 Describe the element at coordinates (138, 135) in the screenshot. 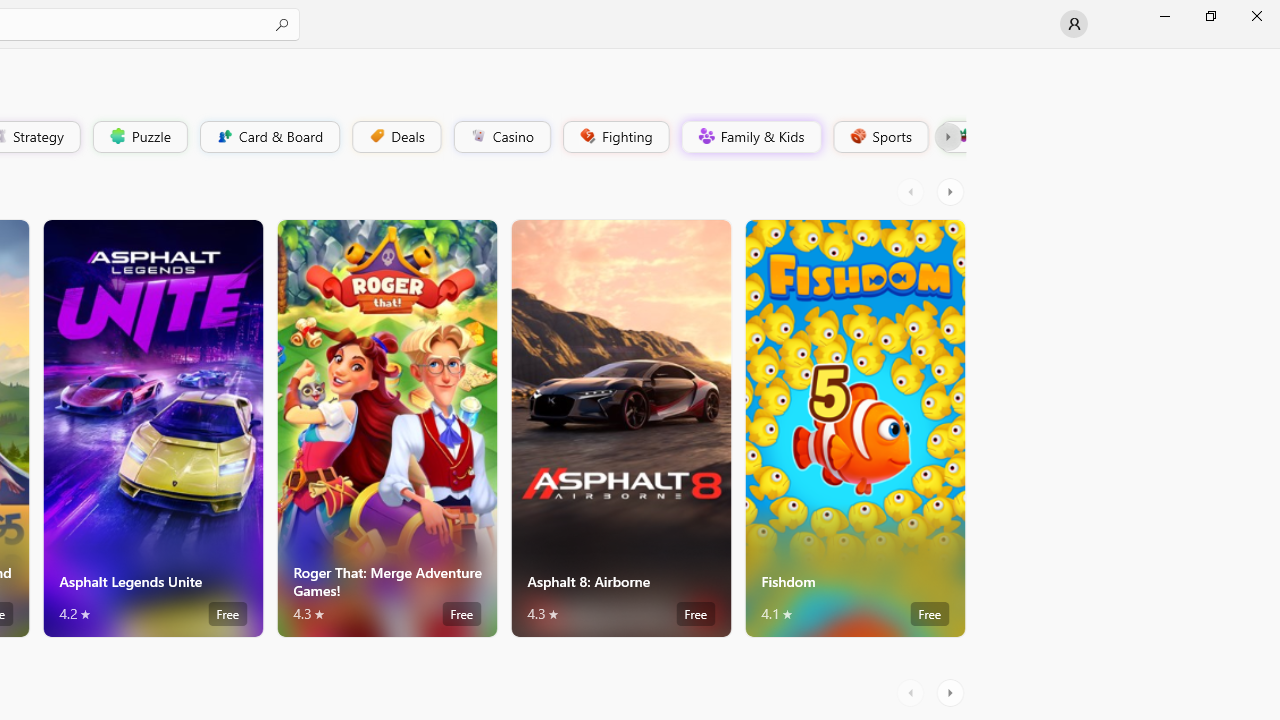

I see `'Puzzle'` at that location.